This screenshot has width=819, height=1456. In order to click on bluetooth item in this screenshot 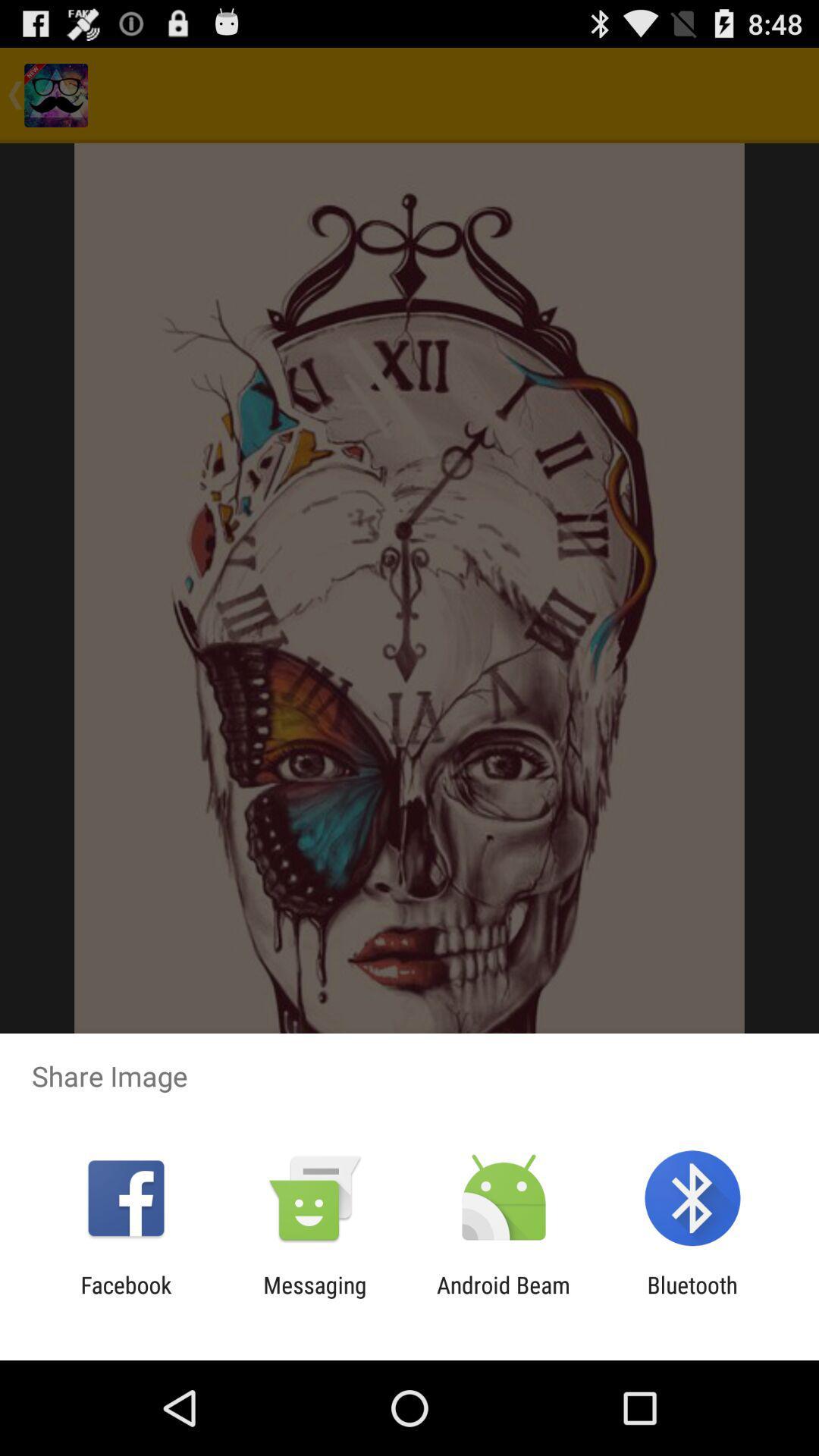, I will do `click(692, 1298)`.